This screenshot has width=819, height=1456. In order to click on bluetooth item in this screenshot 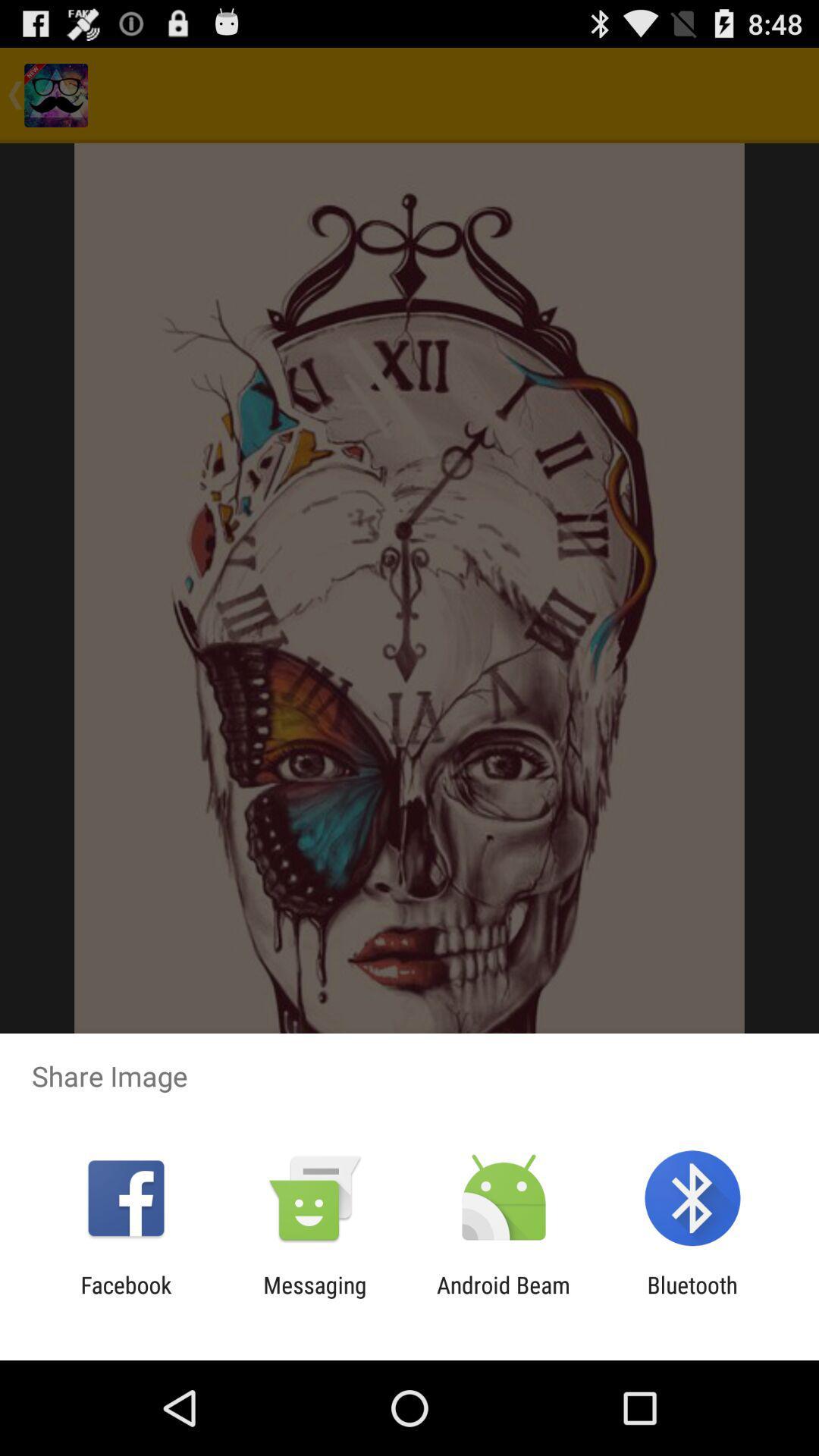, I will do `click(692, 1298)`.